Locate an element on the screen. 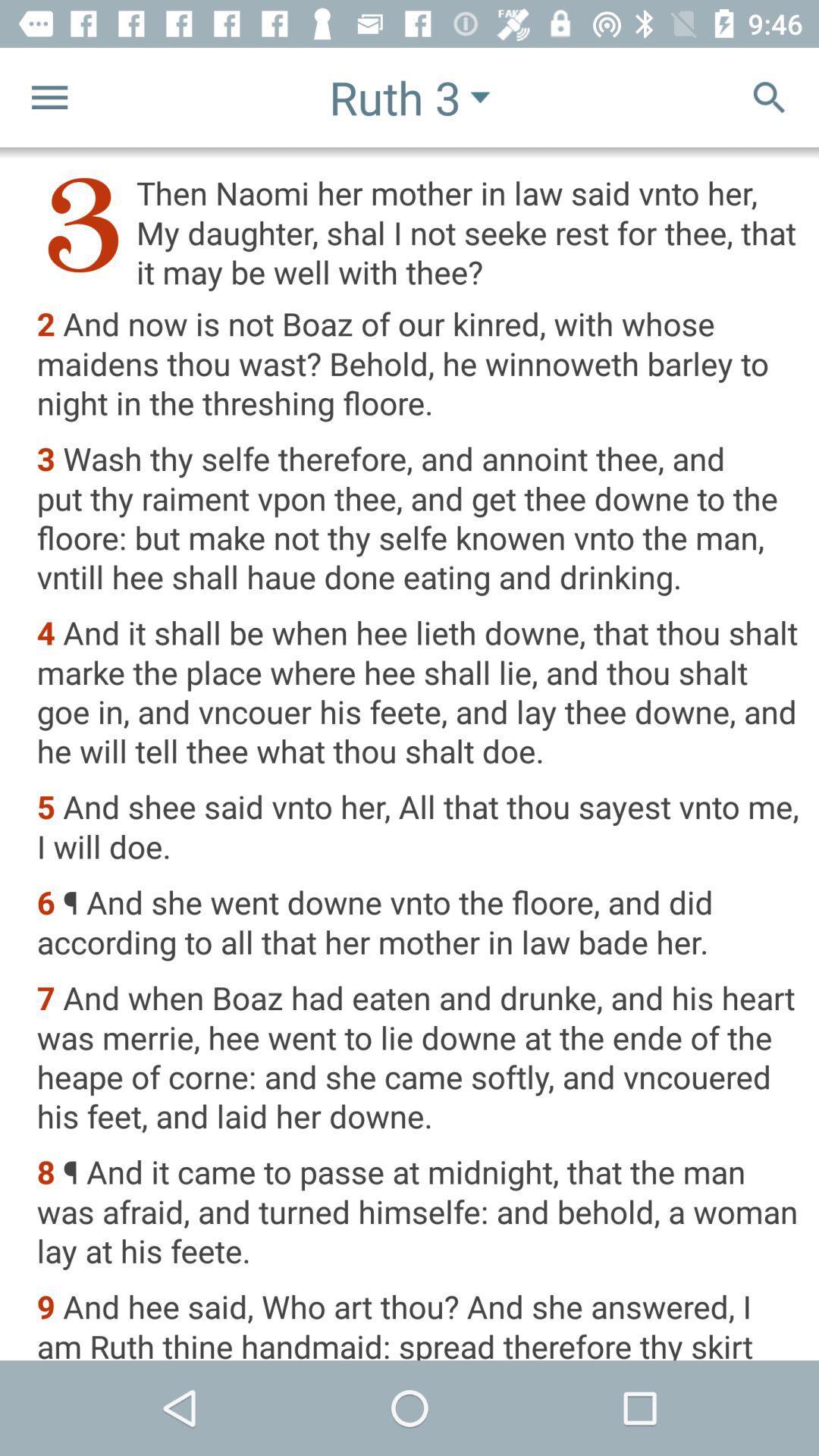 The image size is (819, 1456). 3 wash thy is located at coordinates (418, 519).